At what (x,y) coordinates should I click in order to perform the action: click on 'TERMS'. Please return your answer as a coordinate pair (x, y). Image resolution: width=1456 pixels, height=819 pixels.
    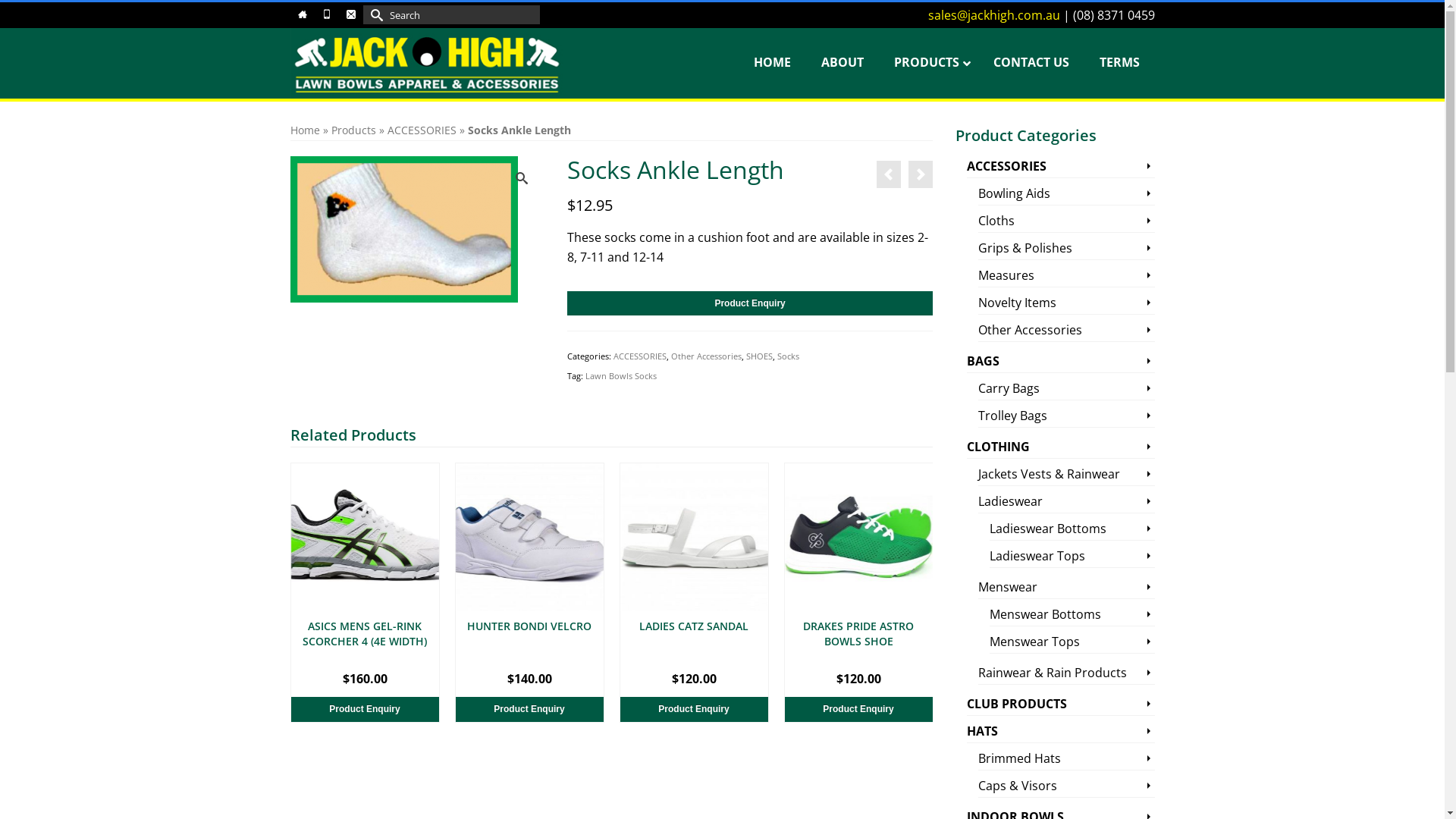
    Looking at the image, I should click on (1084, 61).